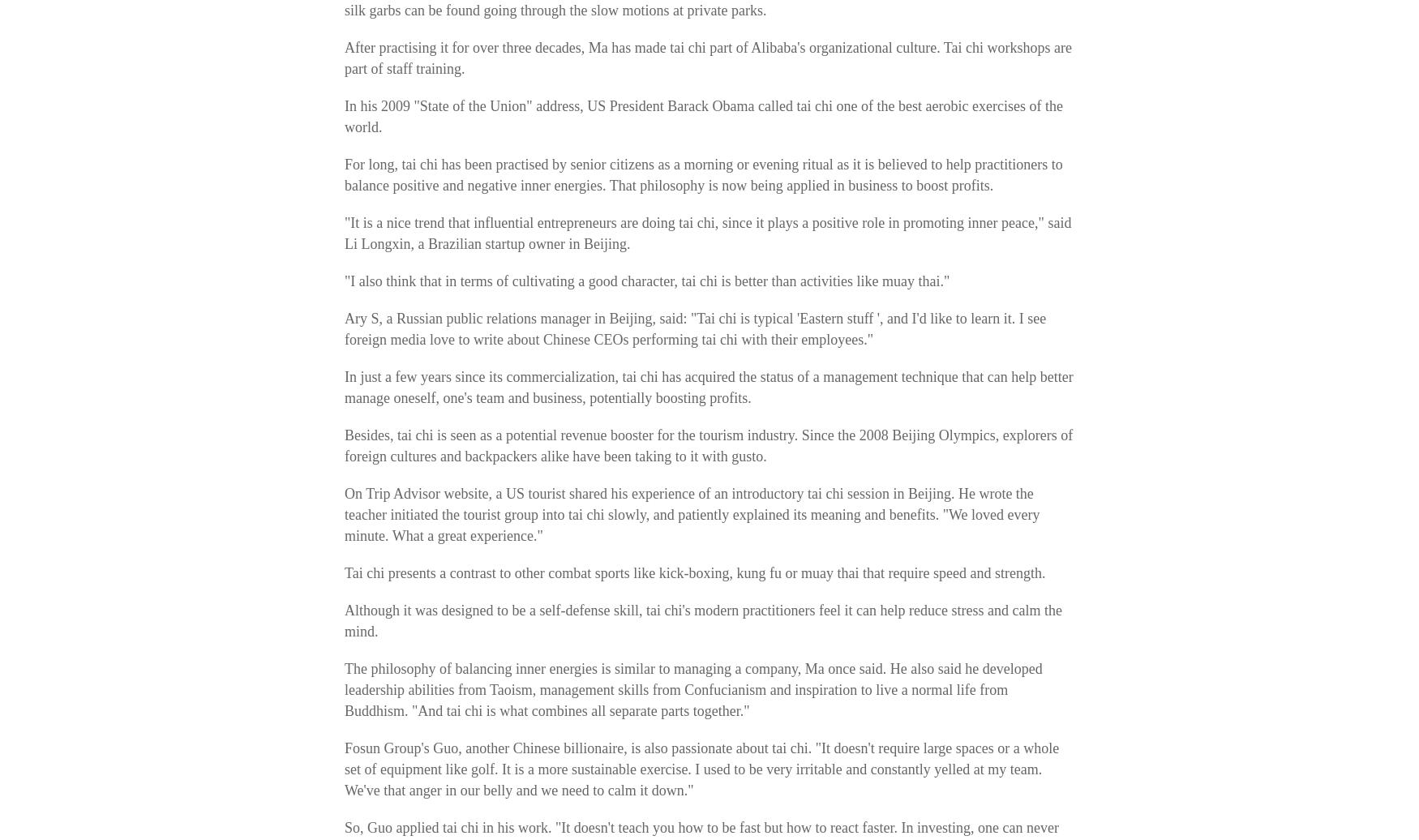 This screenshot has height=840, width=1419. I want to click on 'Tai chi presents a contrast to other combat sports like kick-boxing, kung fu or muay thai that require speed and strength.', so click(694, 572).